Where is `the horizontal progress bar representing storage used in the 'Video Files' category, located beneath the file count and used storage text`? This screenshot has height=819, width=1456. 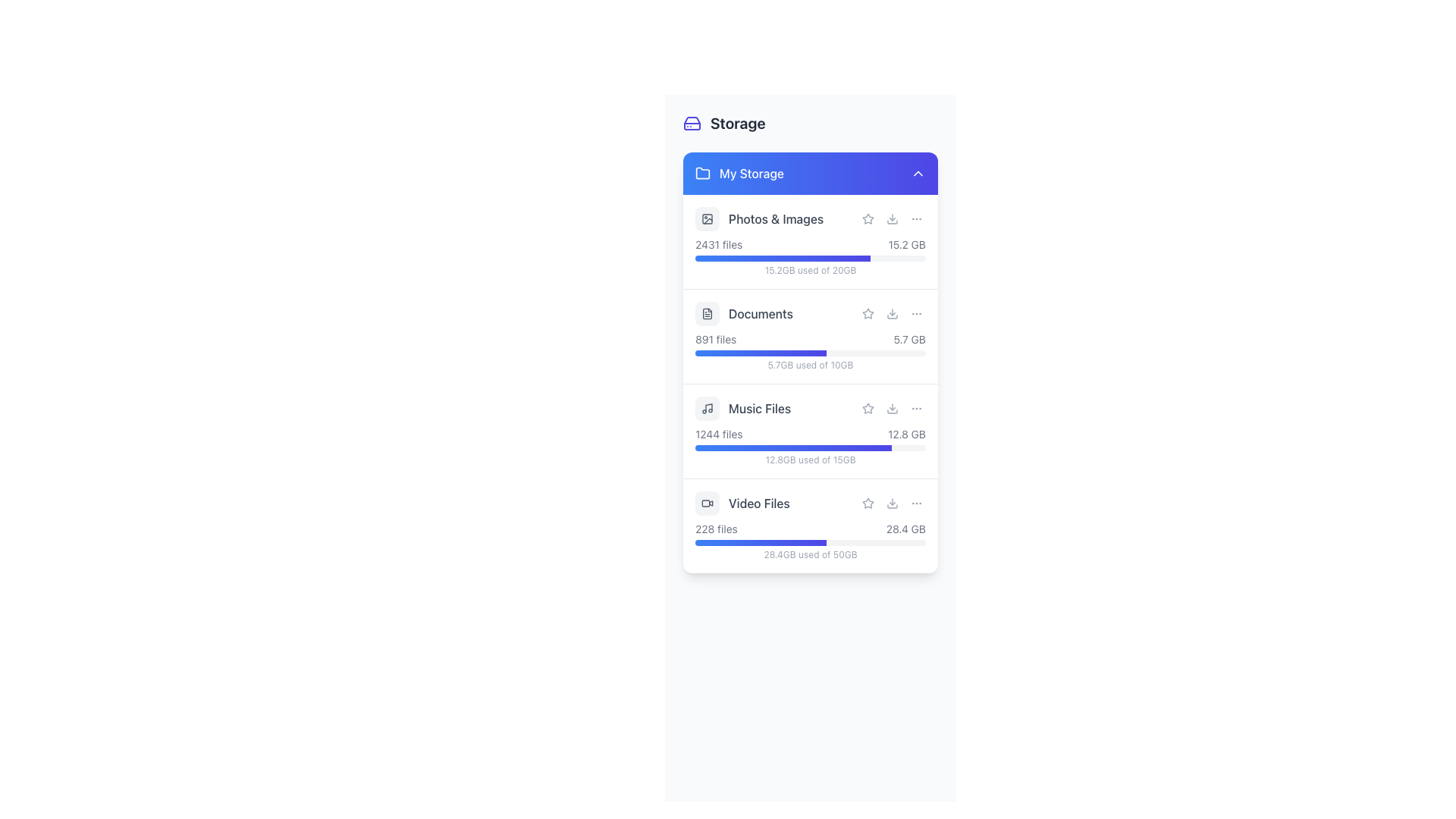
the horizontal progress bar representing storage used in the 'Video Files' category, located beneath the file count and used storage text is located at coordinates (810, 540).